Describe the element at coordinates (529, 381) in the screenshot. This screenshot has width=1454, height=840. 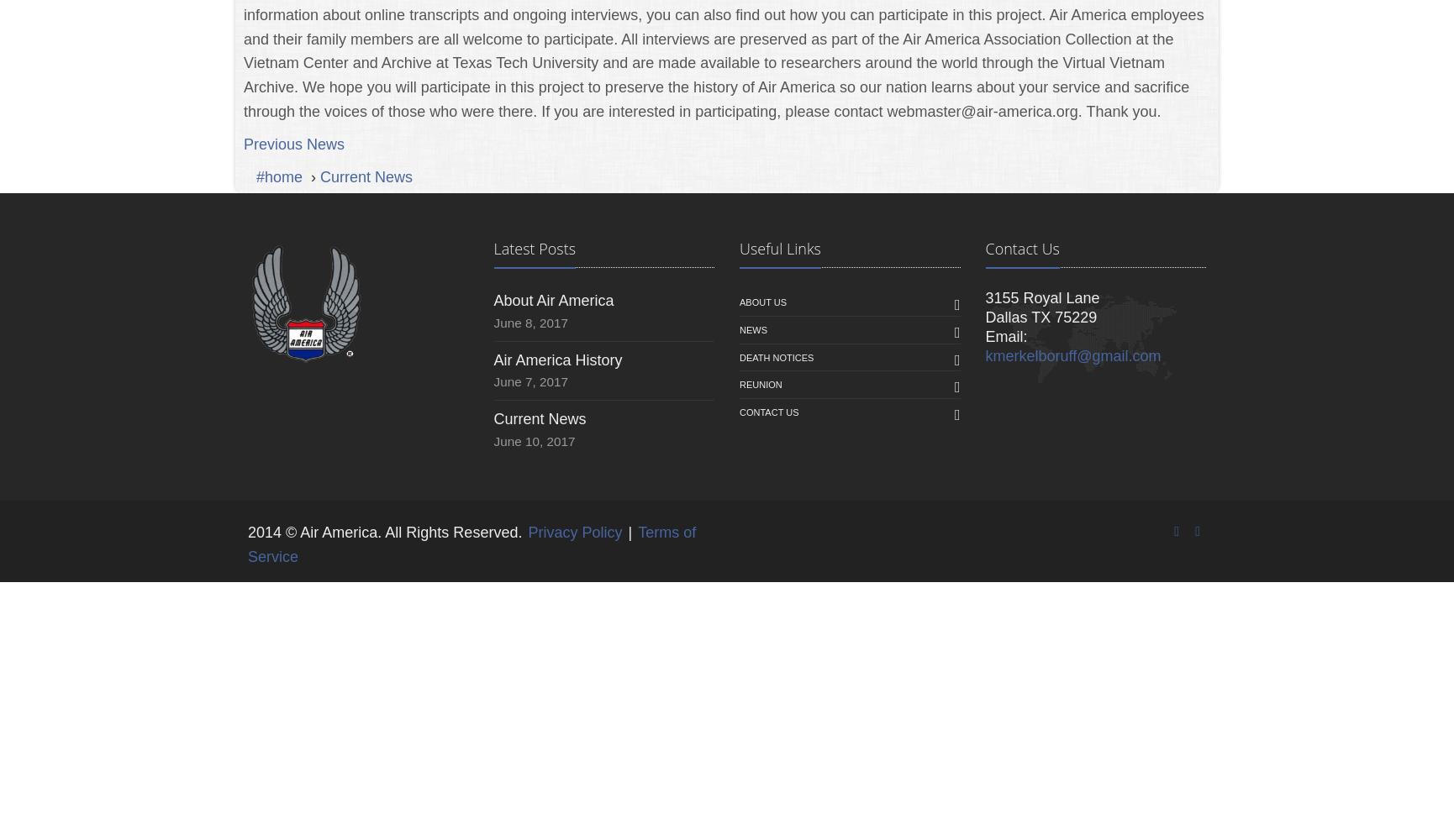
I see `'June 7, 2017'` at that location.